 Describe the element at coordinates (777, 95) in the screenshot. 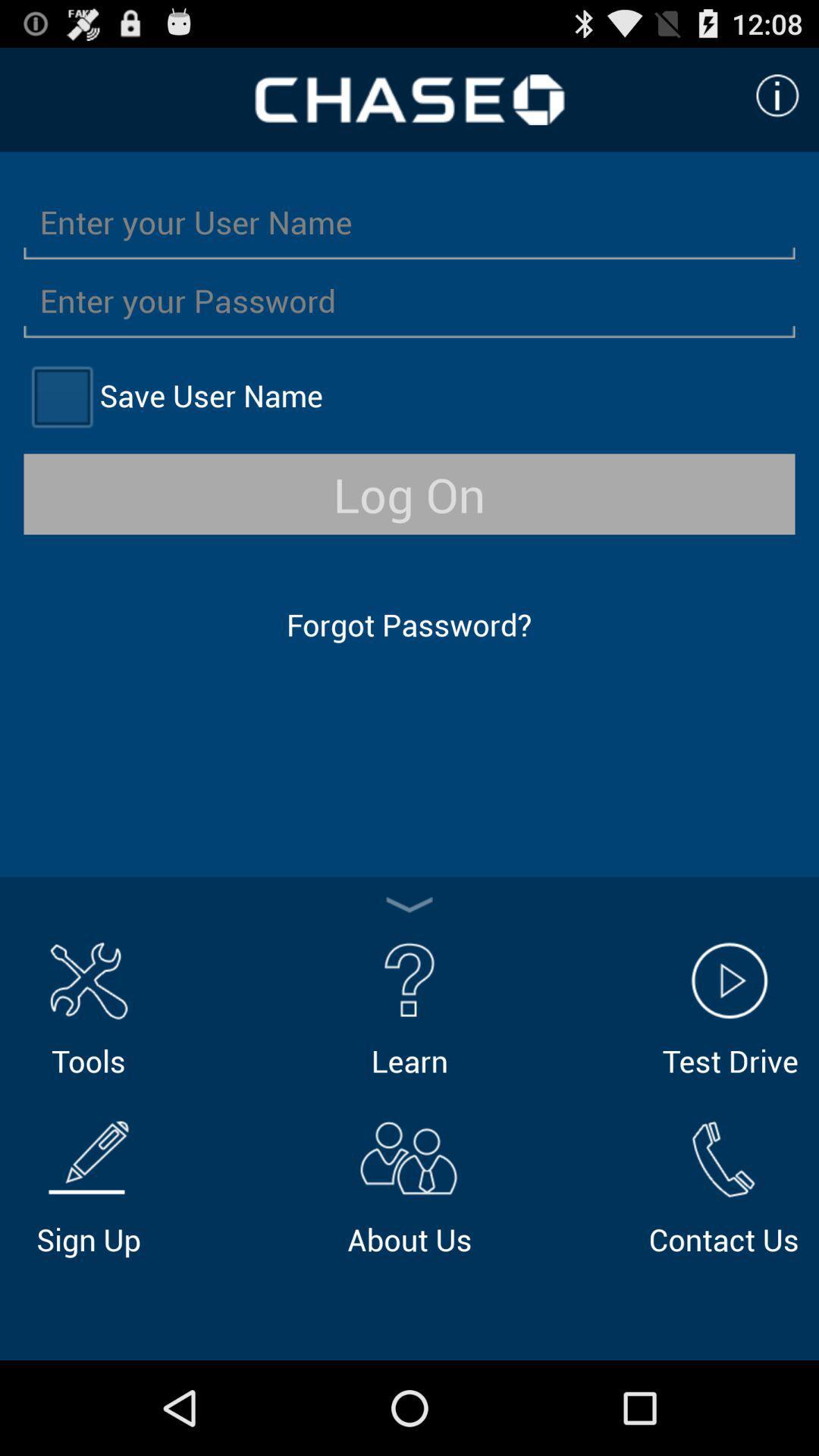

I see `information button` at that location.